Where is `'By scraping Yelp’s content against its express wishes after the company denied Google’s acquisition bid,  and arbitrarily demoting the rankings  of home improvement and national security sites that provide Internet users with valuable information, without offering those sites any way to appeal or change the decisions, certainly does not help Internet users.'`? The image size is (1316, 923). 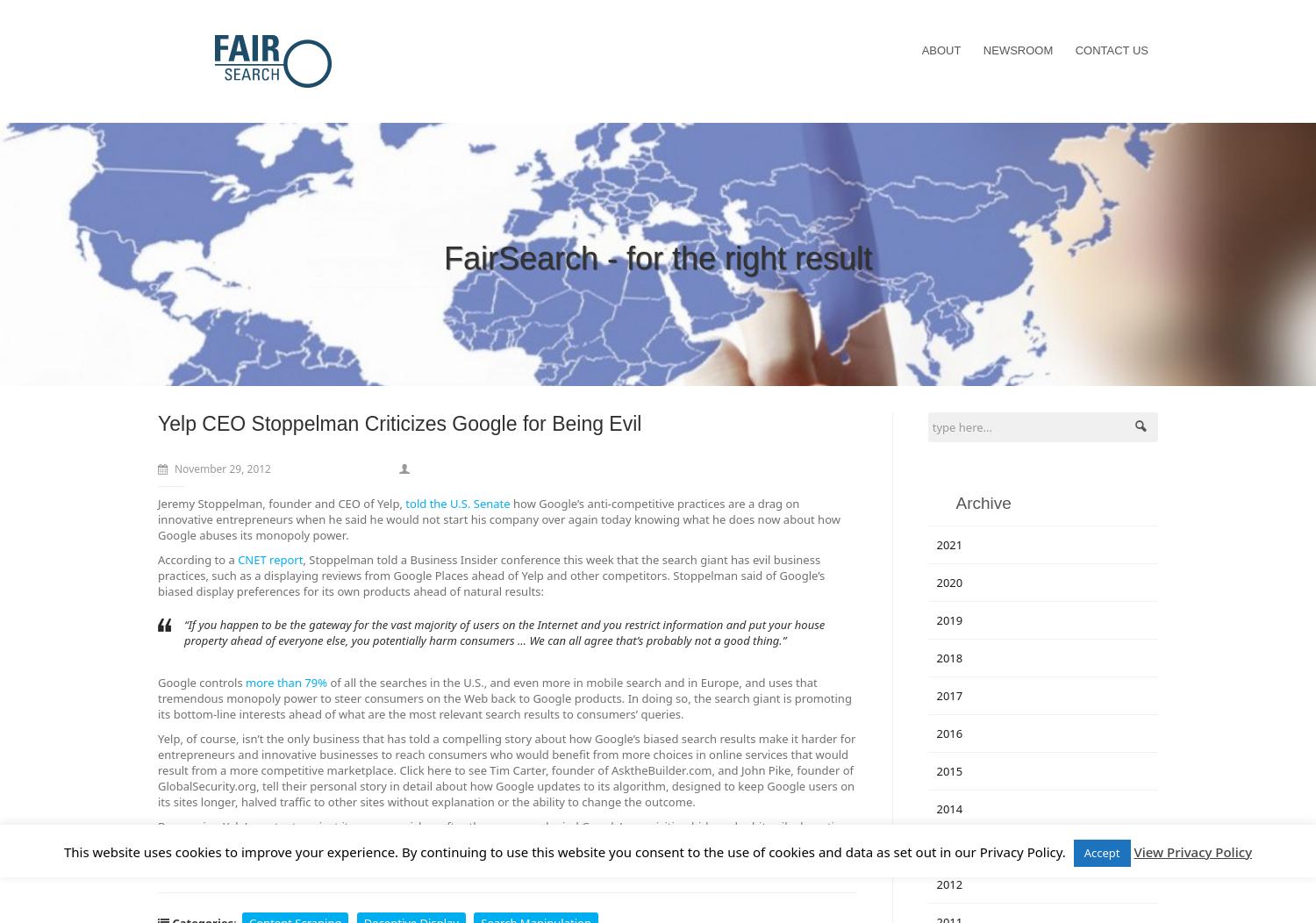 'By scraping Yelp’s content against its express wishes after the company denied Google’s acquisition bid,  and arbitrarily demoting the rankings  of home improvement and national security sites that provide Internet users with valuable information, without offering those sites any way to appeal or change the decisions, certainly does not help Internet users.' is located at coordinates (502, 841).